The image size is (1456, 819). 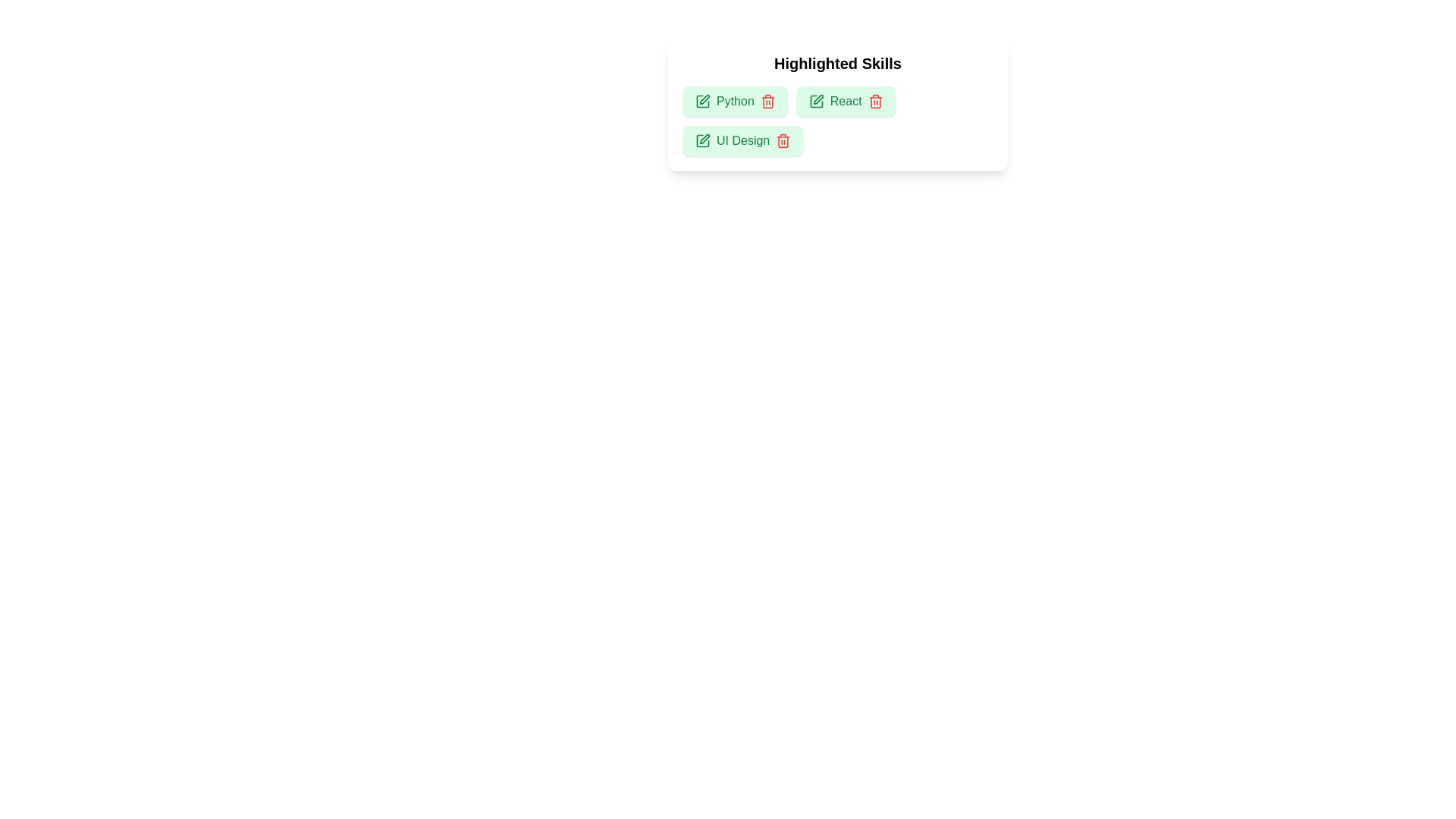 I want to click on edit icon next to the skill React to initiate editing, so click(x=814, y=102).